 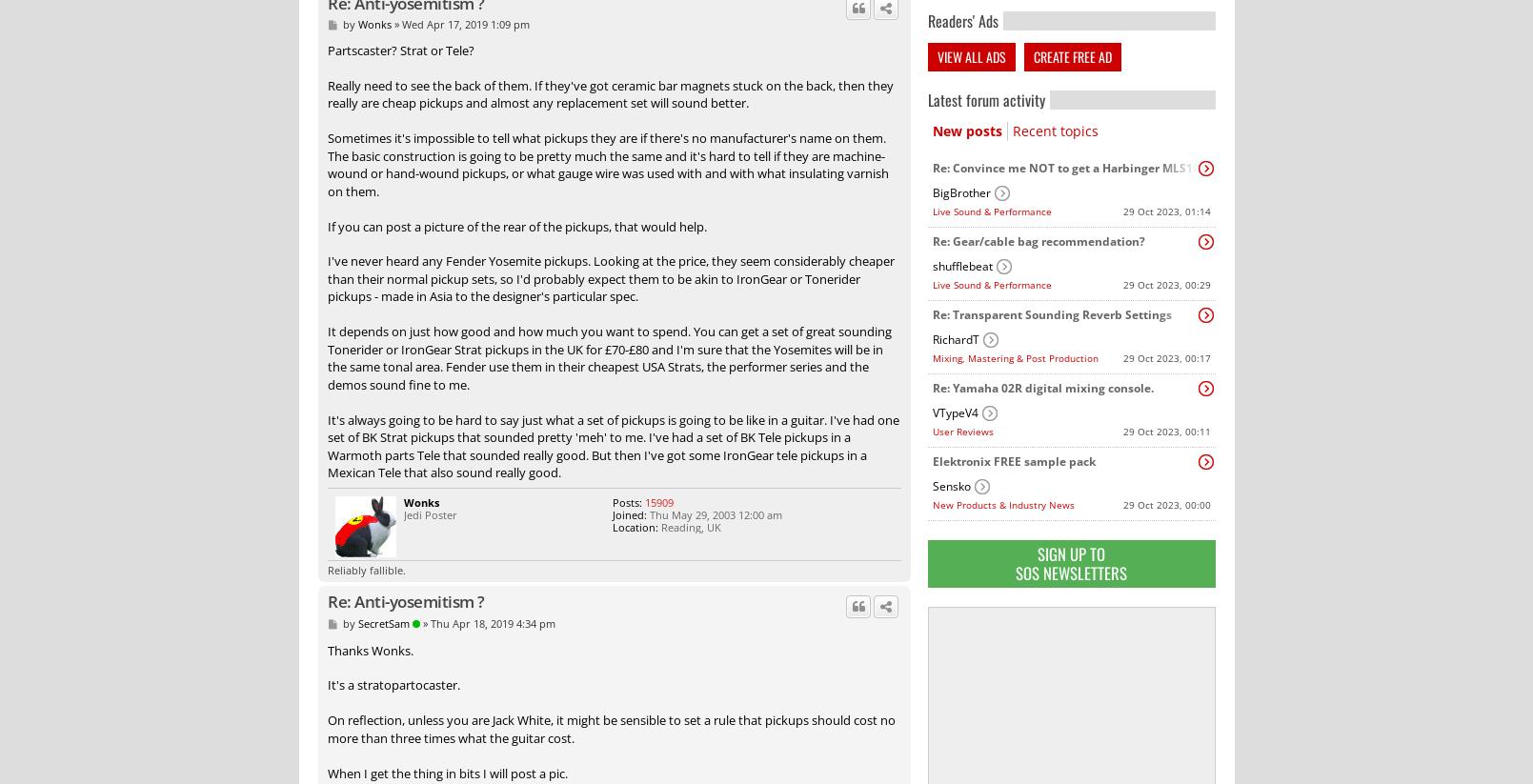 I want to click on 'Re: Convince me NOT to get a Harbinger MLS1000 line array for our first PA...', so click(x=931, y=167).